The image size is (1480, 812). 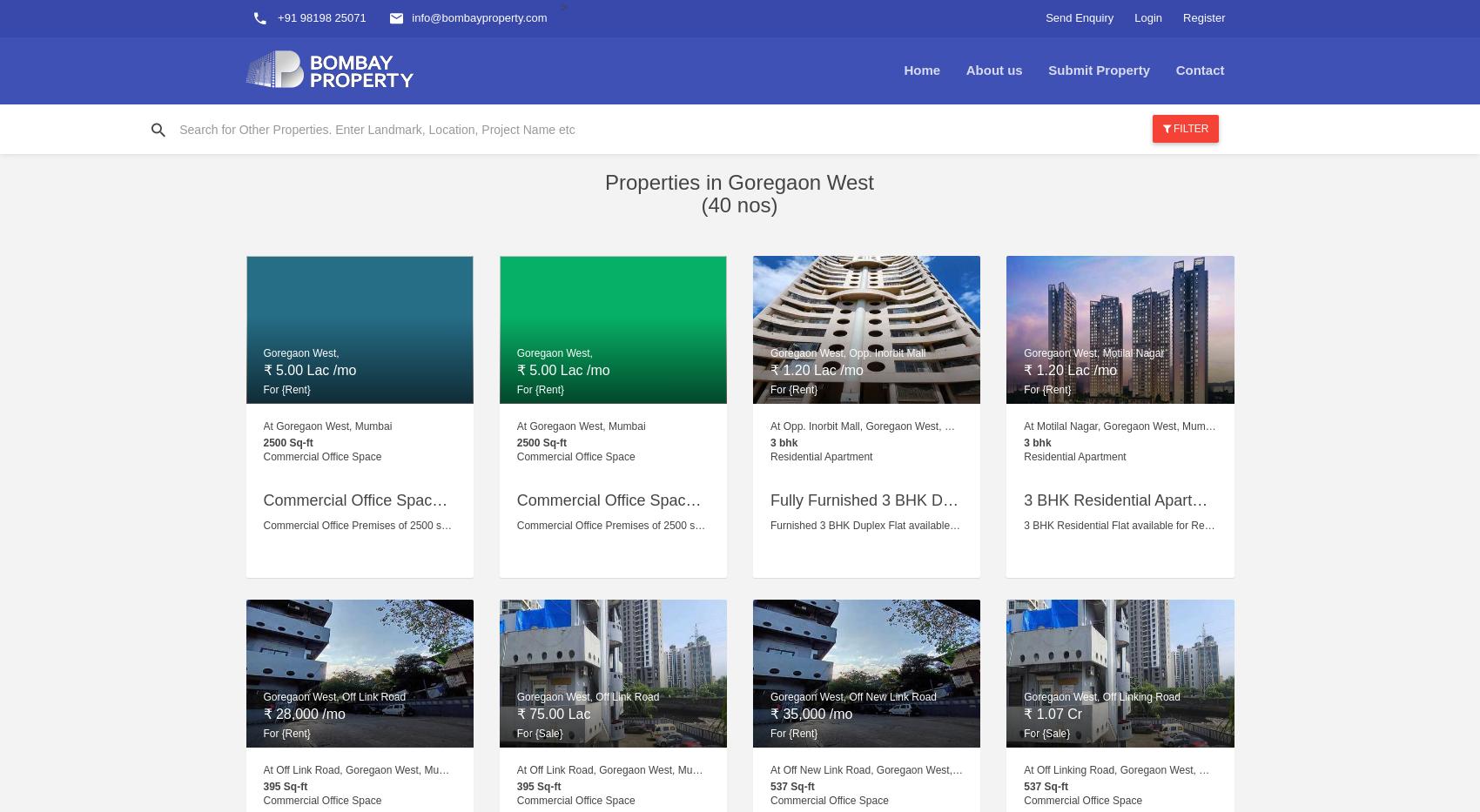 I want to click on '>', so click(x=563, y=6).